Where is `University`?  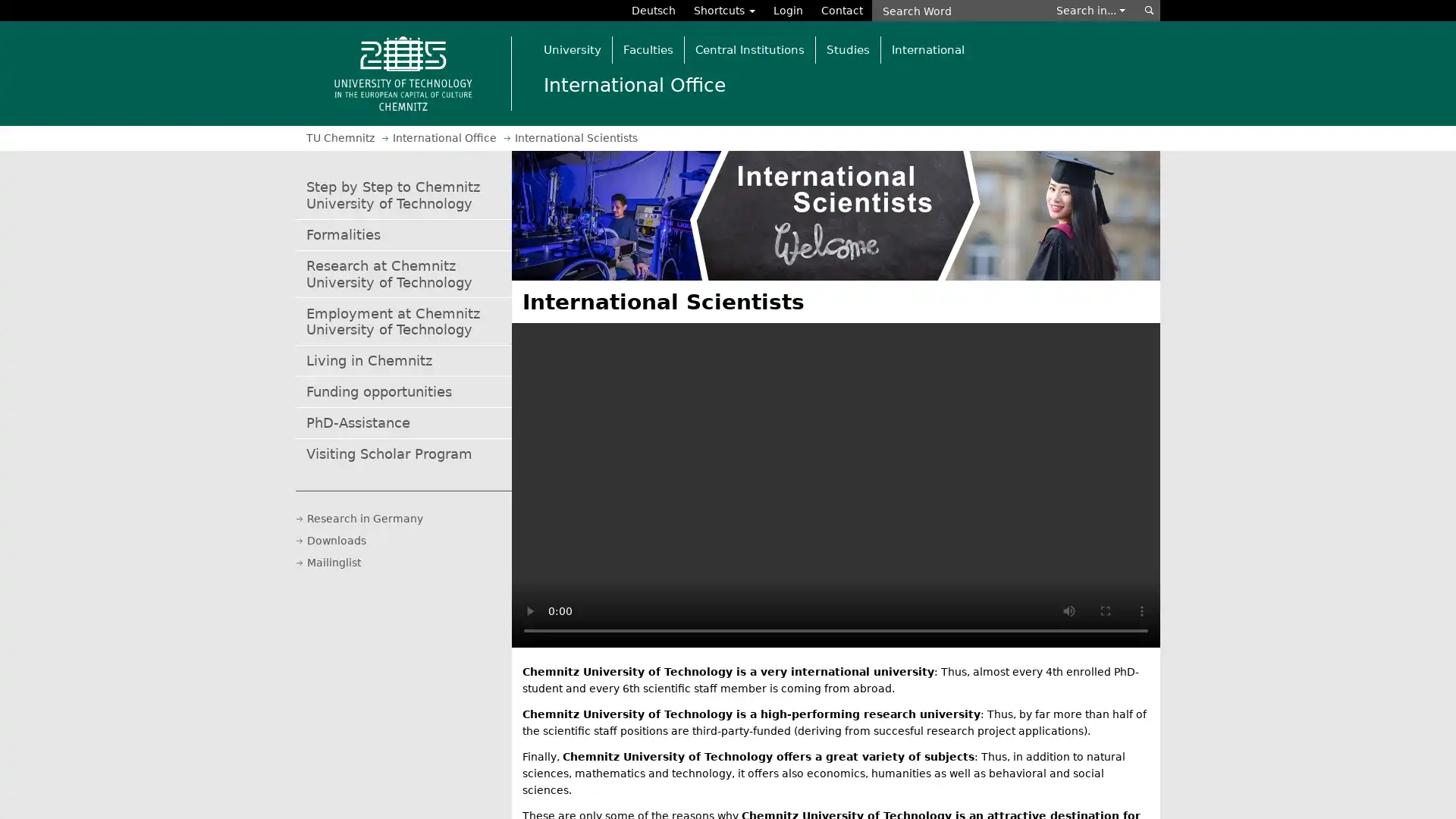
University is located at coordinates (571, 49).